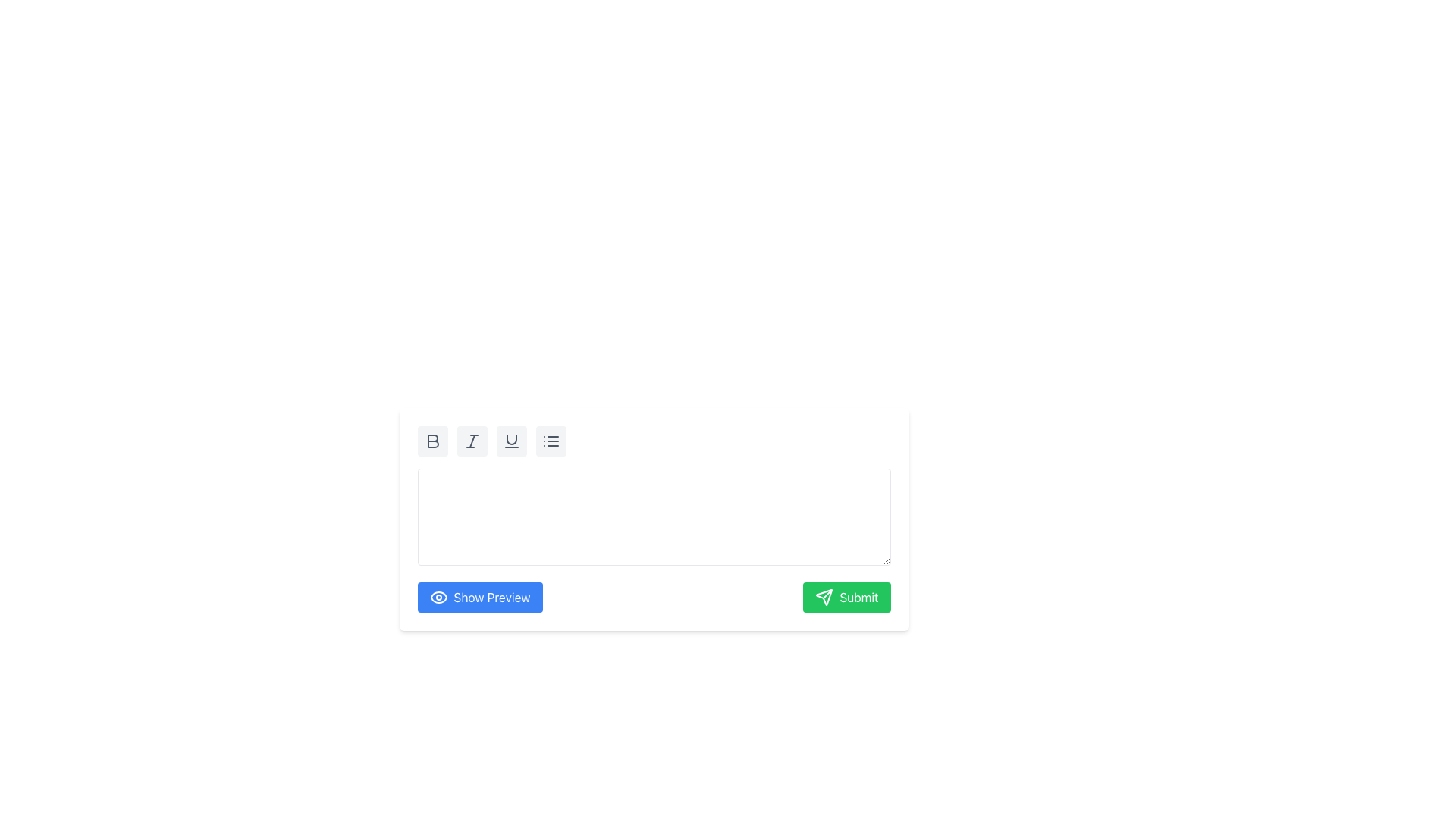  What do you see at coordinates (511, 441) in the screenshot?
I see `the underline formatting button located in the toolbar above the text area` at bounding box center [511, 441].